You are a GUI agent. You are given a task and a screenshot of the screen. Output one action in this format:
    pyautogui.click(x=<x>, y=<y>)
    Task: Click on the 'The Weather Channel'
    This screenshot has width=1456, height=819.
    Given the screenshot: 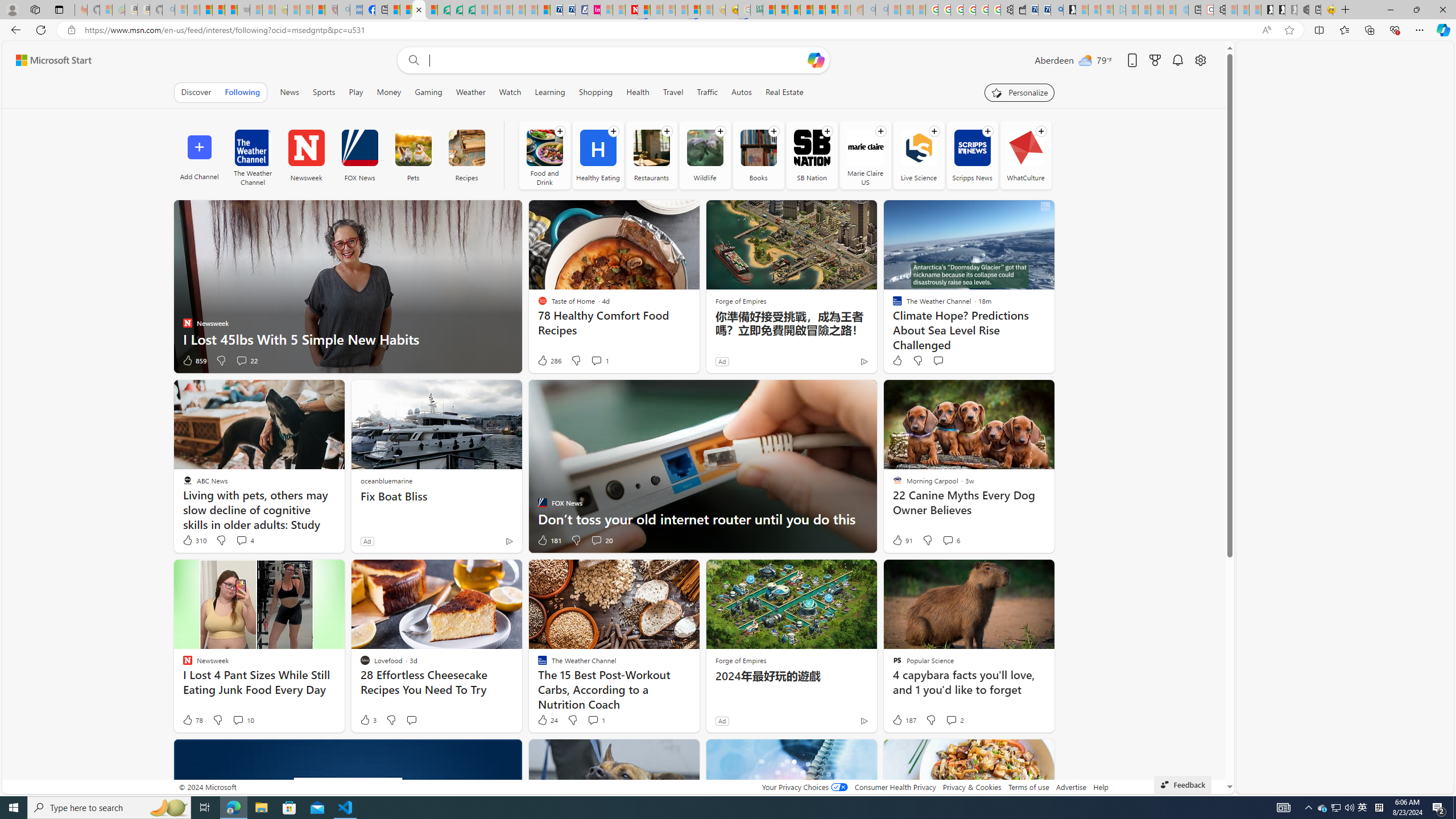 What is the action you would take?
    pyautogui.click(x=253, y=154)
    